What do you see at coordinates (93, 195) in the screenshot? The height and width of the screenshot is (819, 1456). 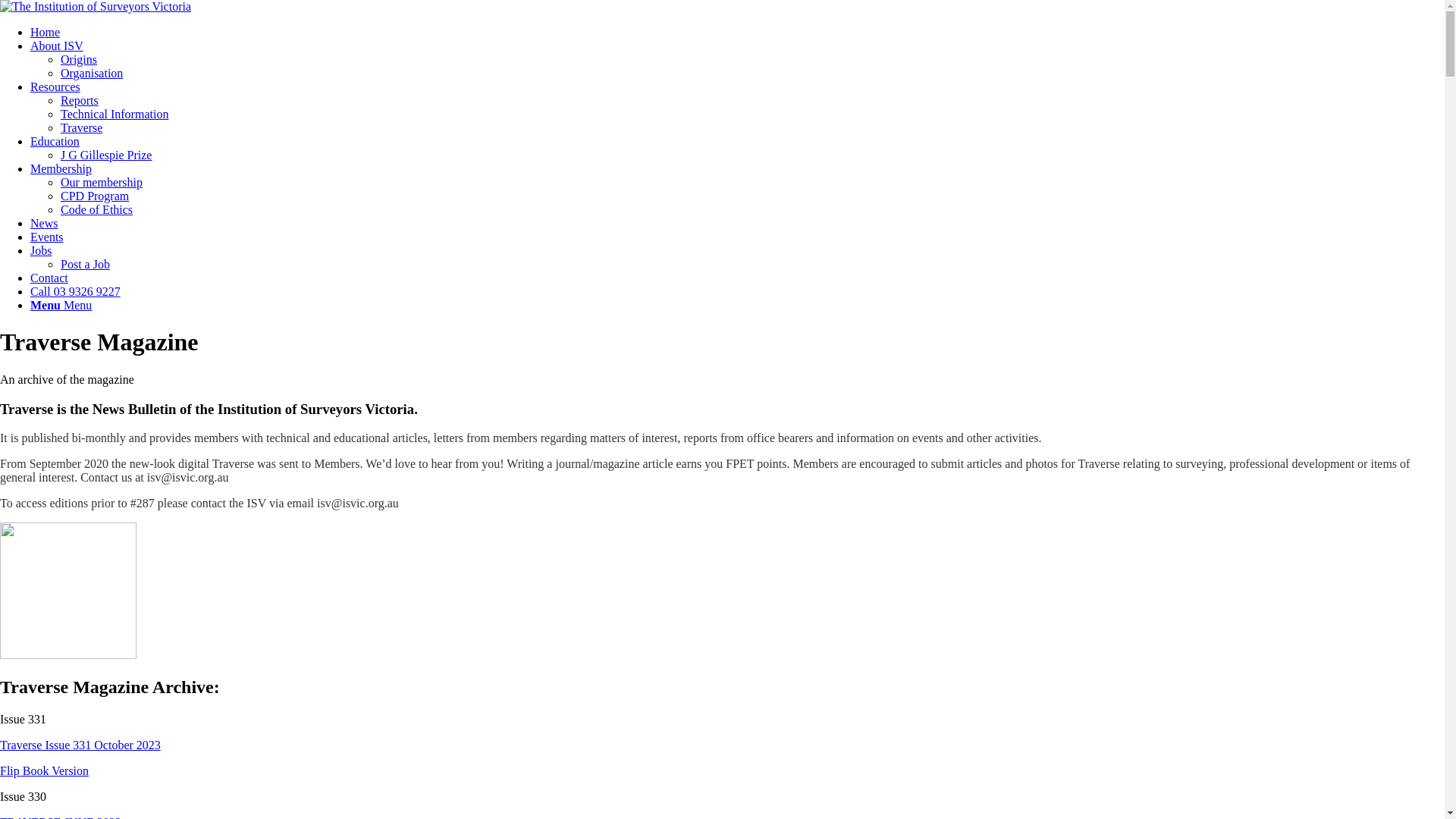 I see `'CPD Program'` at bounding box center [93, 195].